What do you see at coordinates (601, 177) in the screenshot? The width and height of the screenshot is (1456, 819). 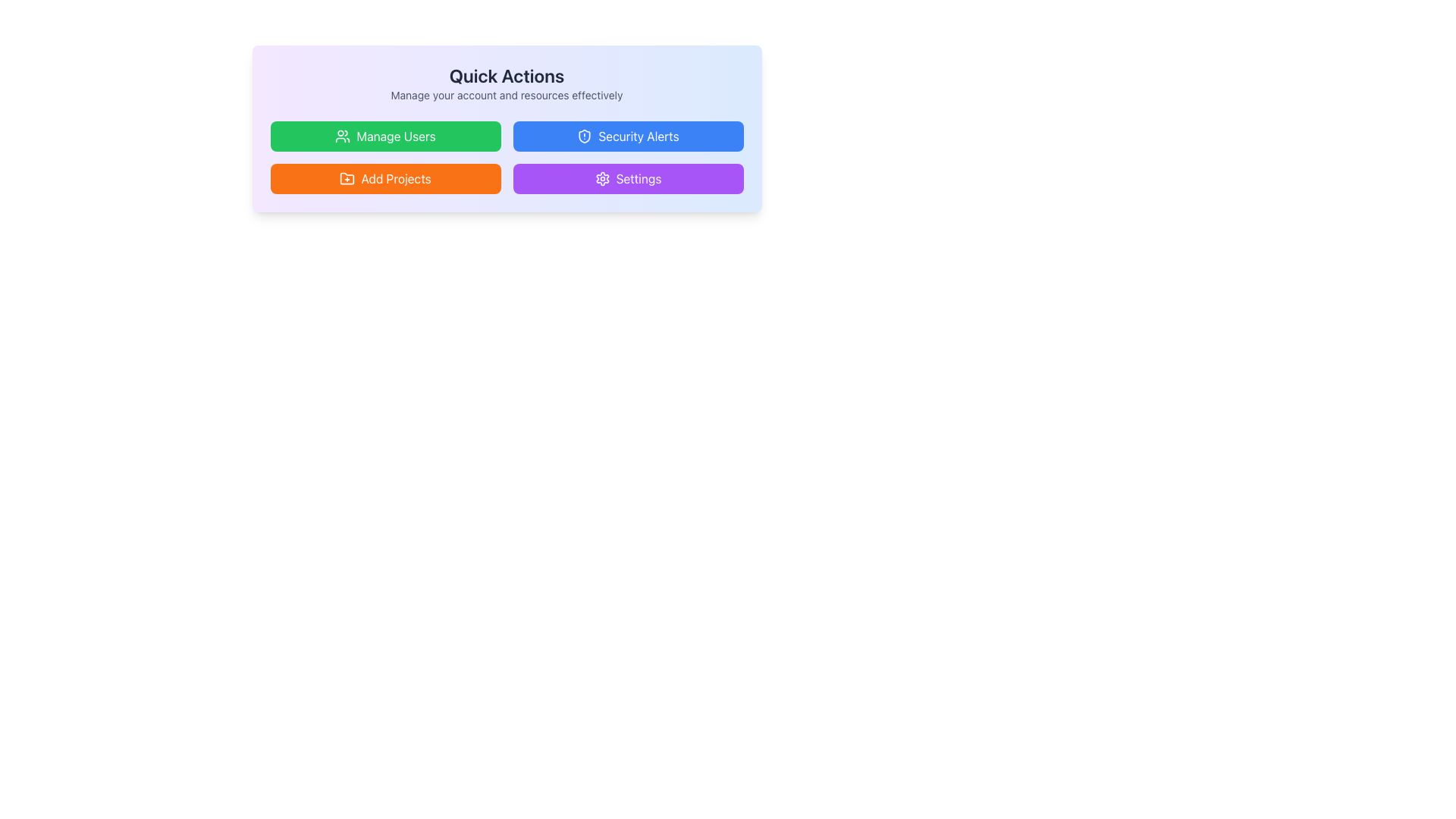 I see `the left-aligned settings icon within the purple-colored 'Settings' button located in the bottom right corner of the grid` at bounding box center [601, 177].